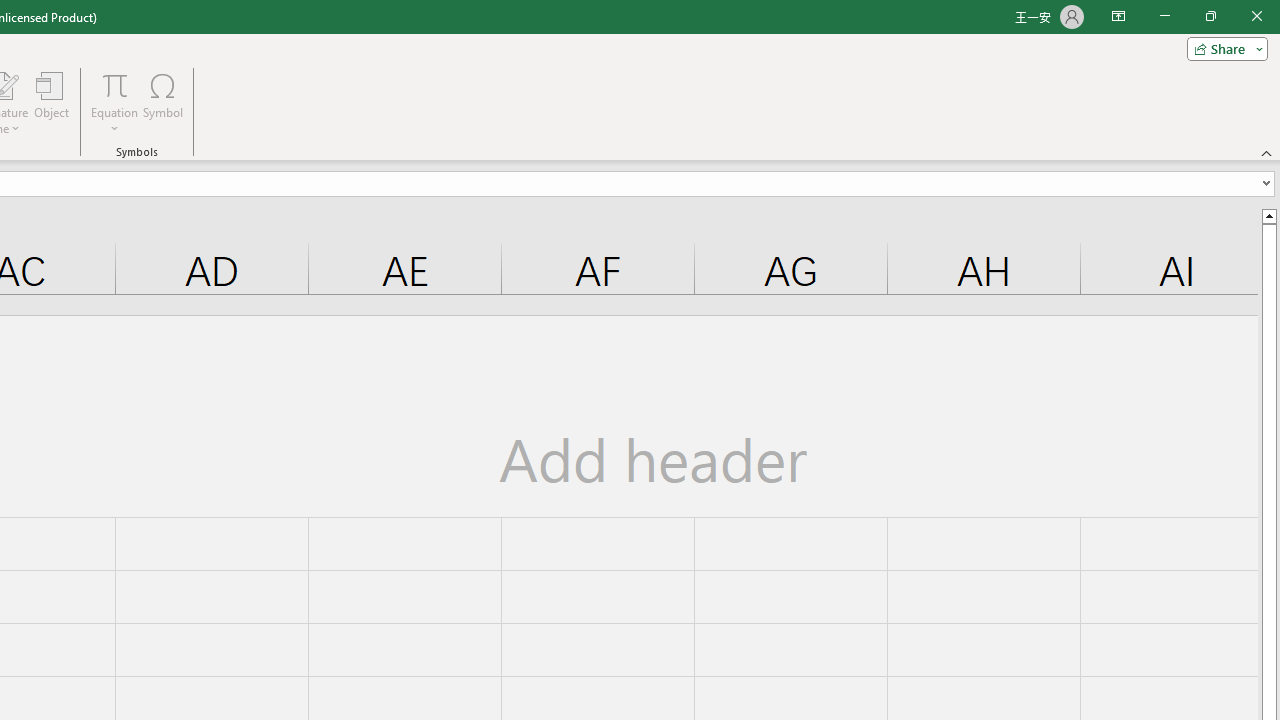  Describe the element at coordinates (163, 103) in the screenshot. I see `'Symbol...'` at that location.